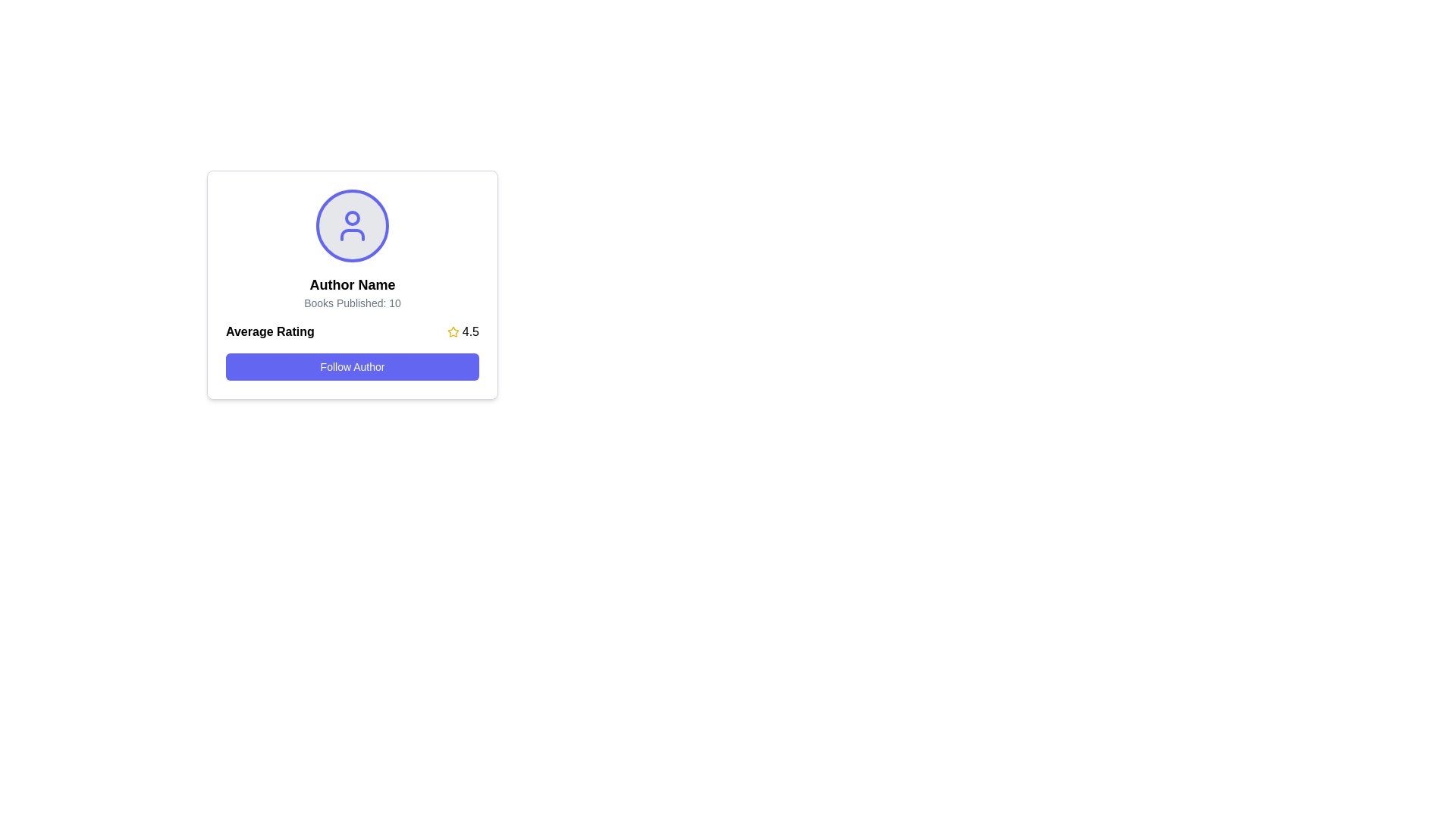 This screenshot has height=819, width=1456. Describe the element at coordinates (270, 331) in the screenshot. I see `label indicating the average rating located at the bottom left of the card layout, preceding the star icon and rating value` at that location.